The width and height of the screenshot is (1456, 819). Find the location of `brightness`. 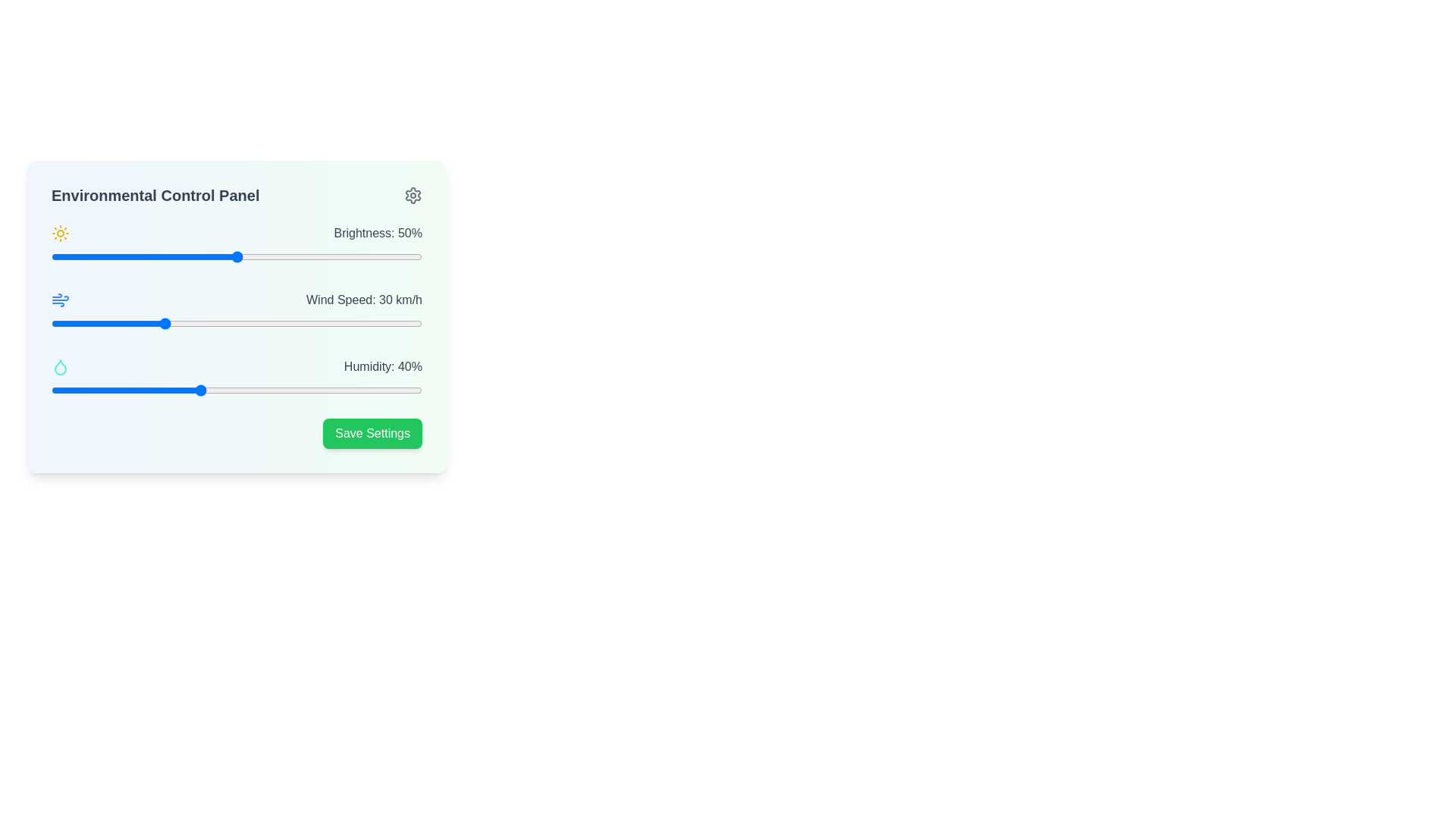

brightness is located at coordinates (262, 256).